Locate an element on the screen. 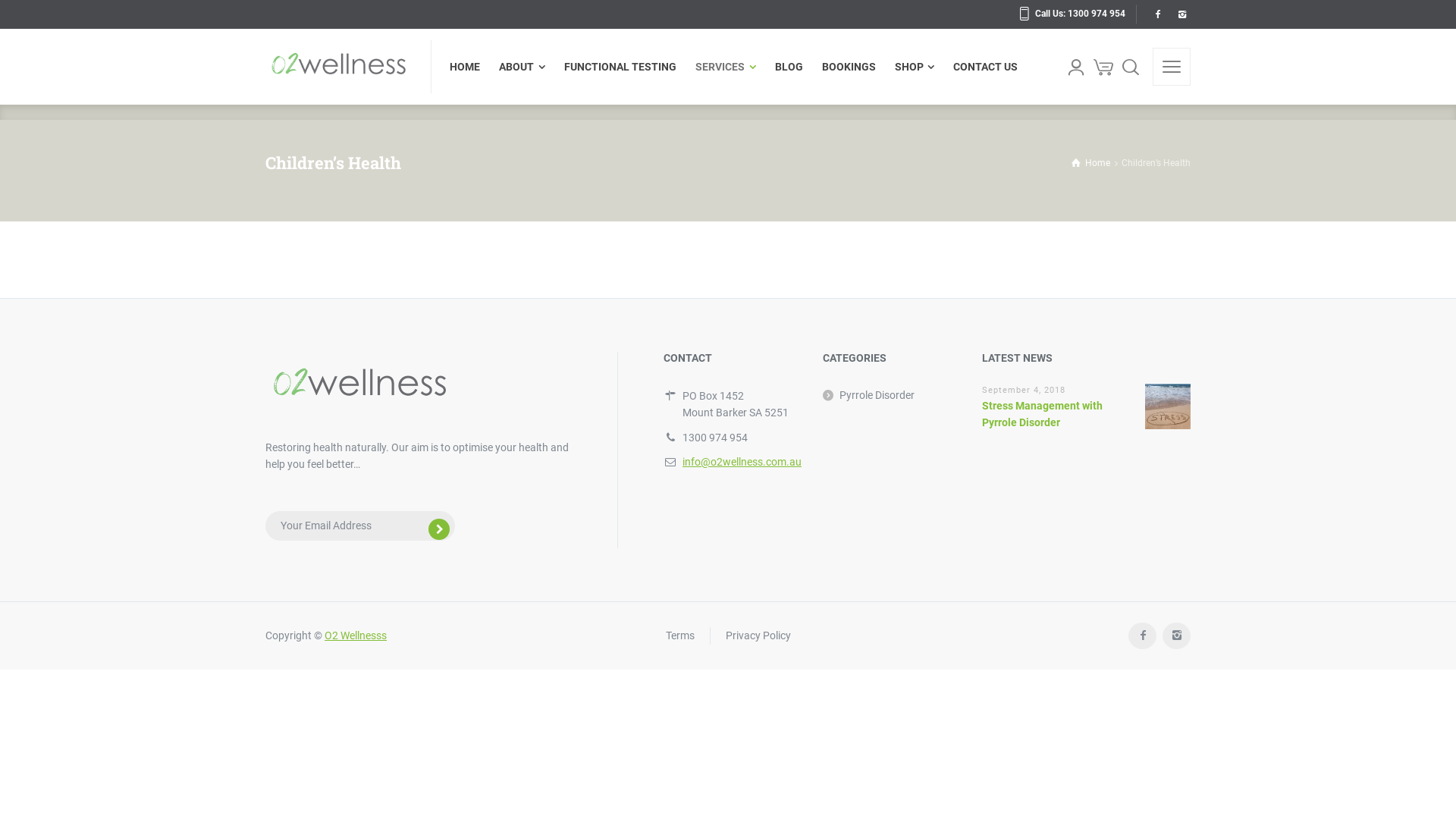  'info@o2wellness.com.au' is located at coordinates (742, 461).